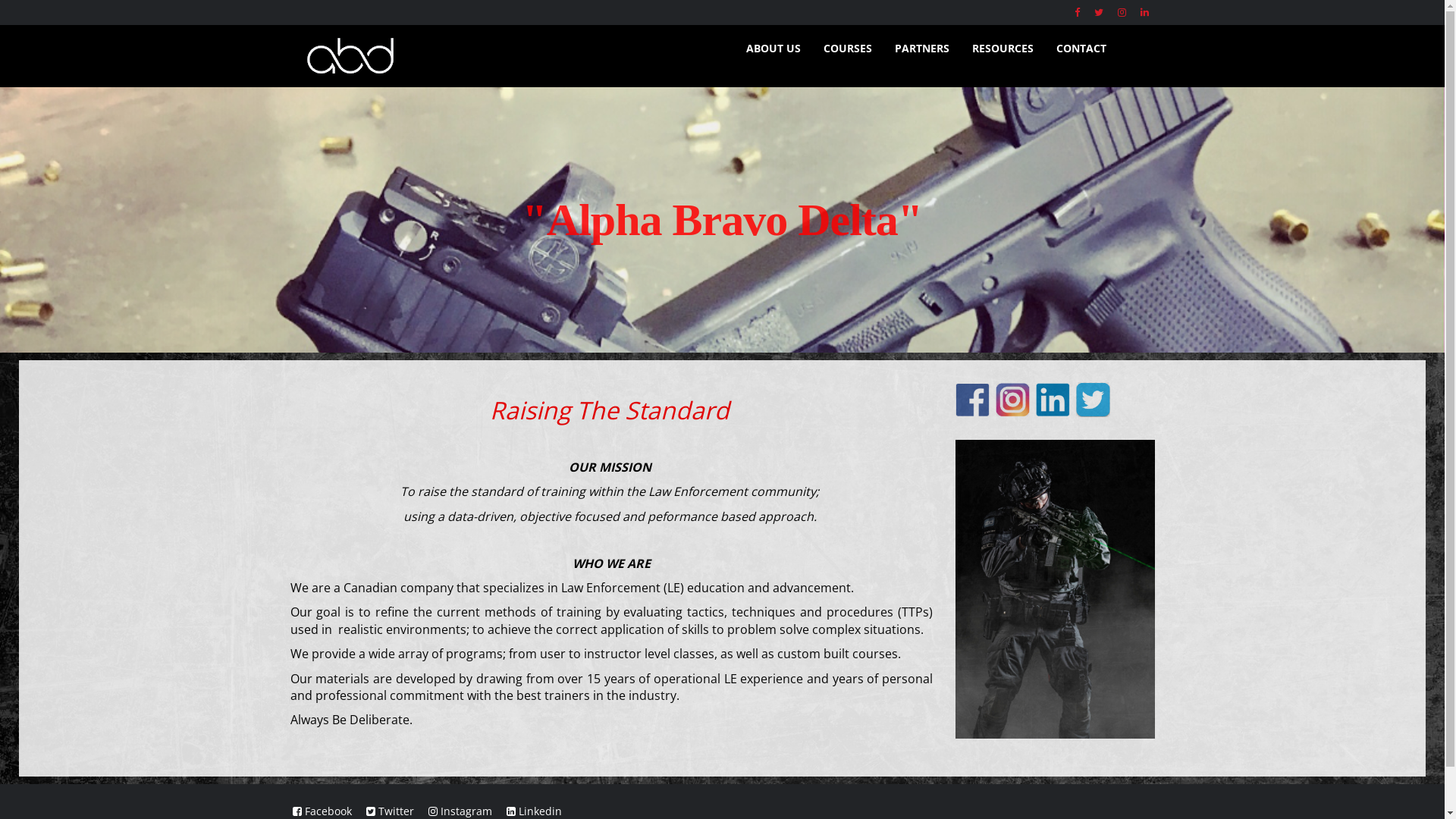 This screenshot has width=1456, height=819. What do you see at coordinates (846, 48) in the screenshot?
I see `'COURSES'` at bounding box center [846, 48].